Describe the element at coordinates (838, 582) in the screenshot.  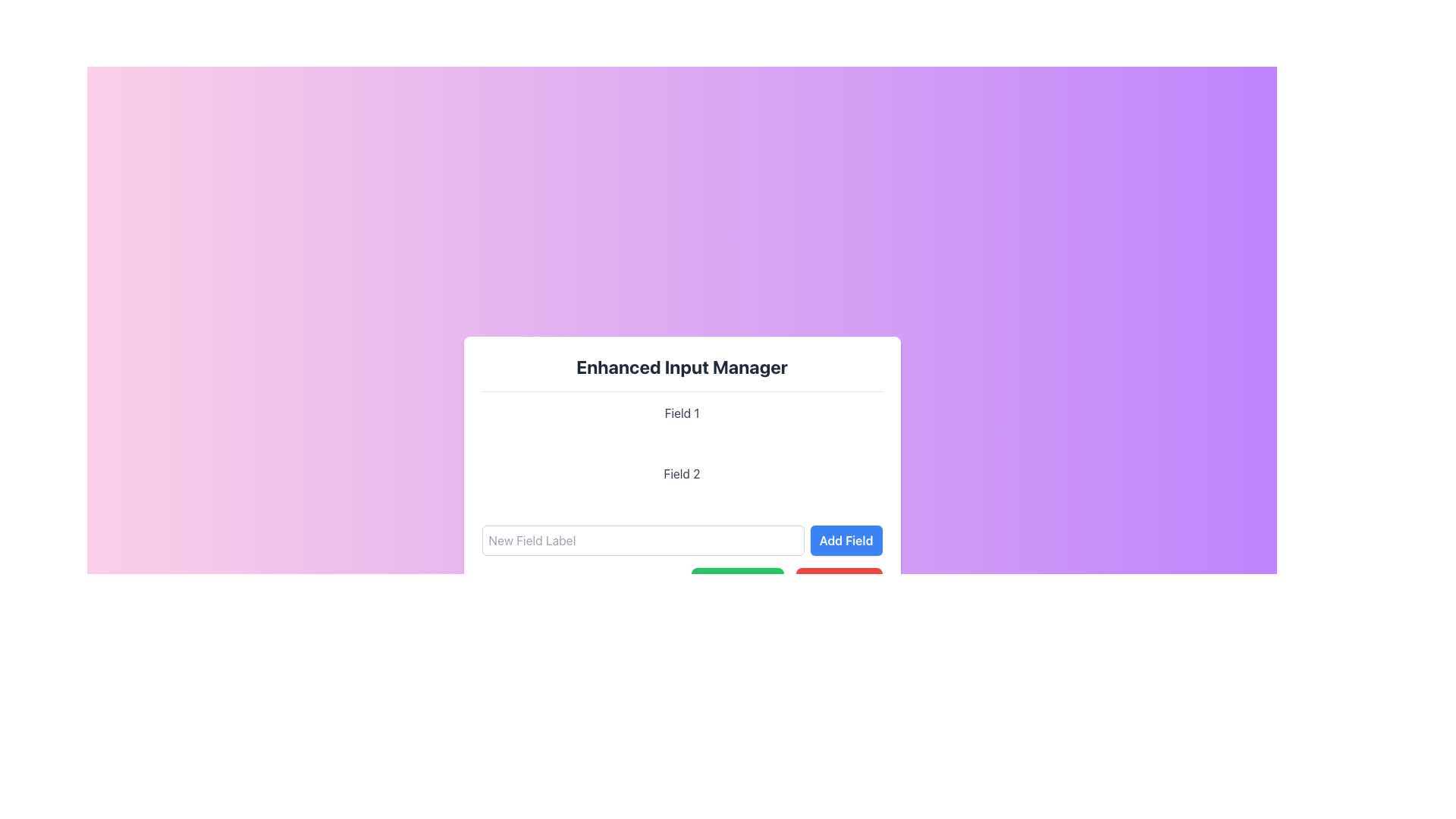
I see `the cancel button located at the bottom right of the action buttons row for keyboard interaction` at that location.